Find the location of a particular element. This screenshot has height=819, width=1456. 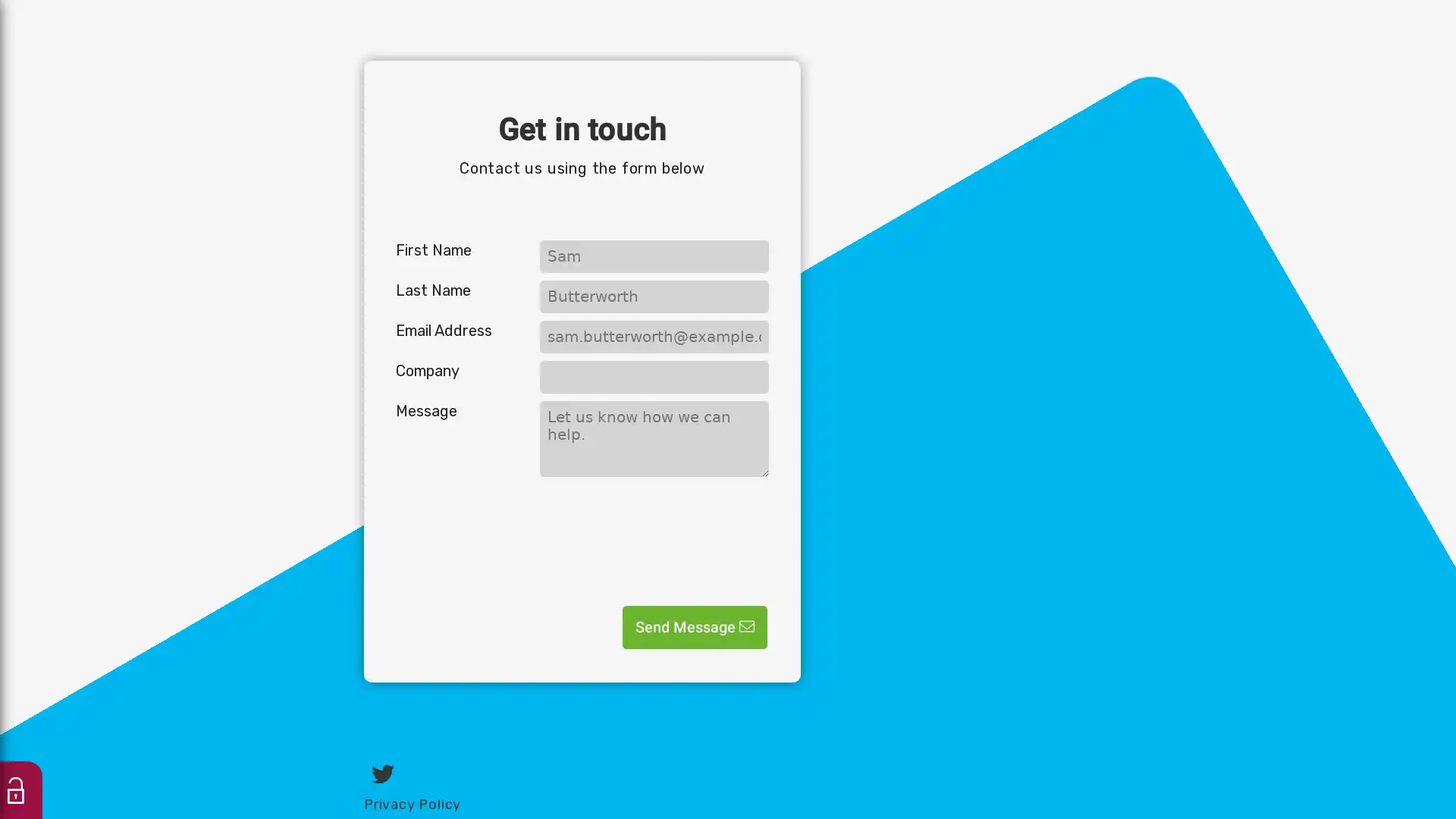

Send Message is located at coordinates (694, 626).